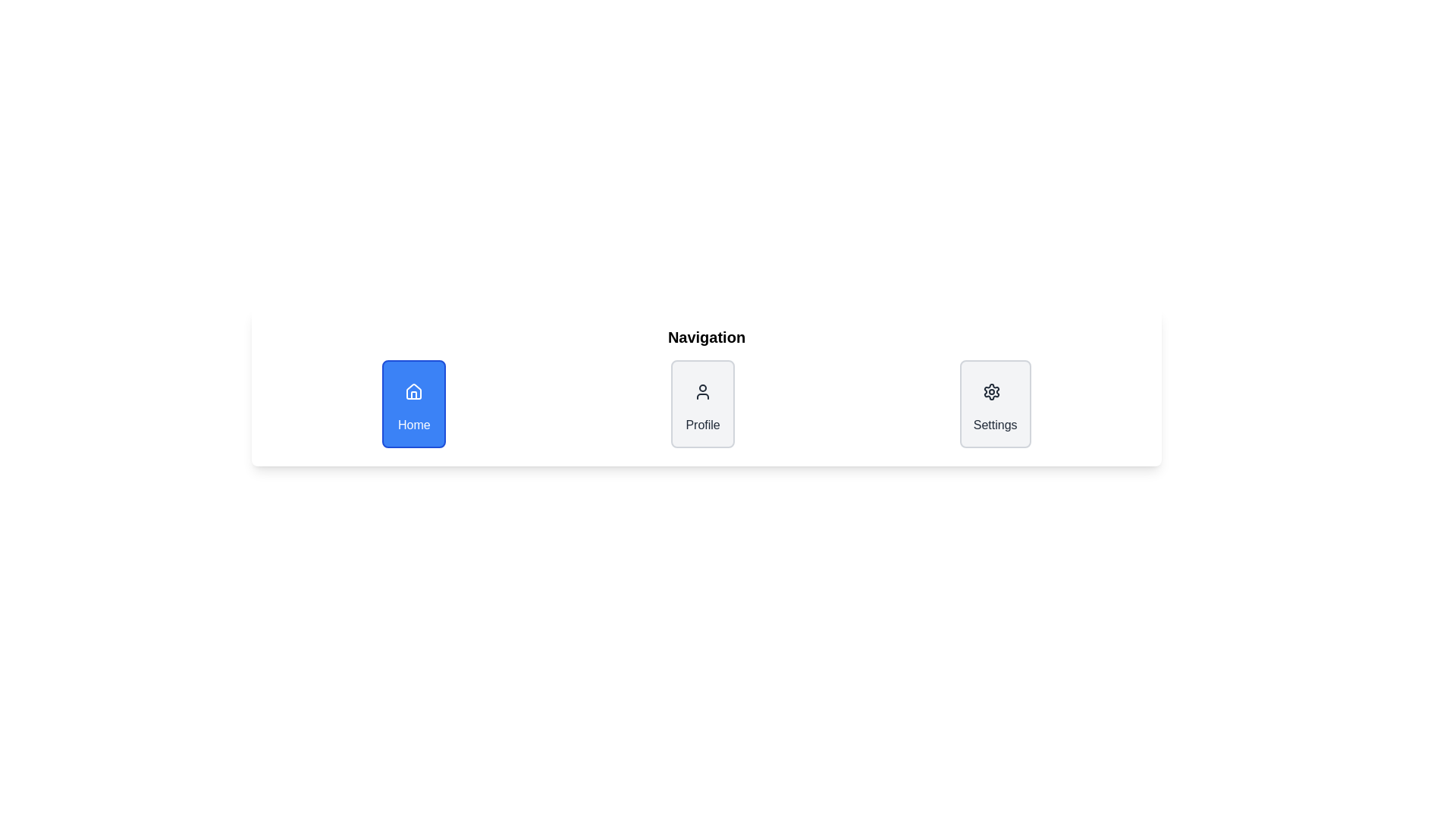  Describe the element at coordinates (991, 391) in the screenshot. I see `the black gear-like icon representing settings, located at the far-right position of the horizontal navigation bar` at that location.